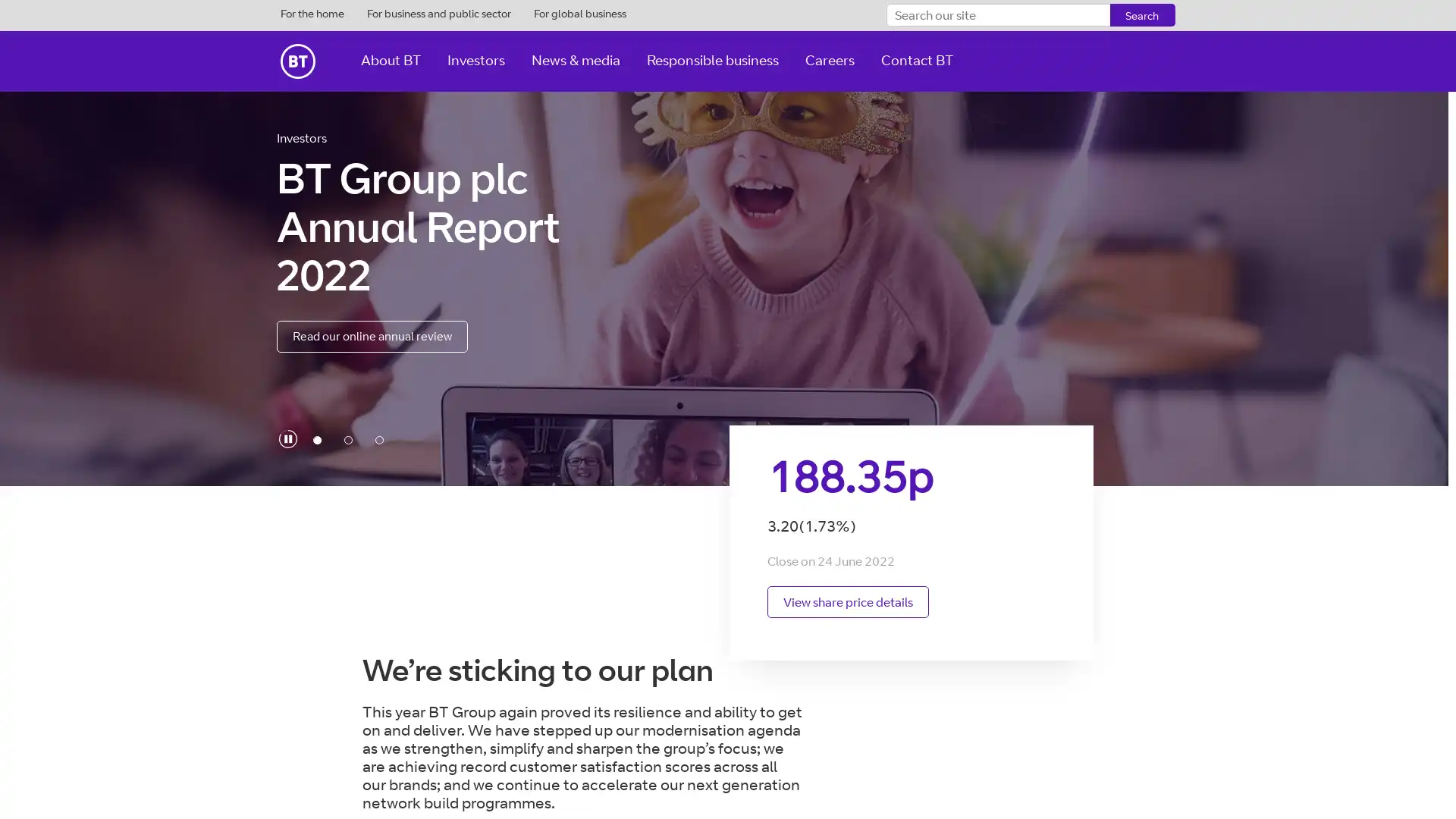 The height and width of the screenshot is (819, 1456). I want to click on BT Group plc Annual Report 2022, so click(316, 440).